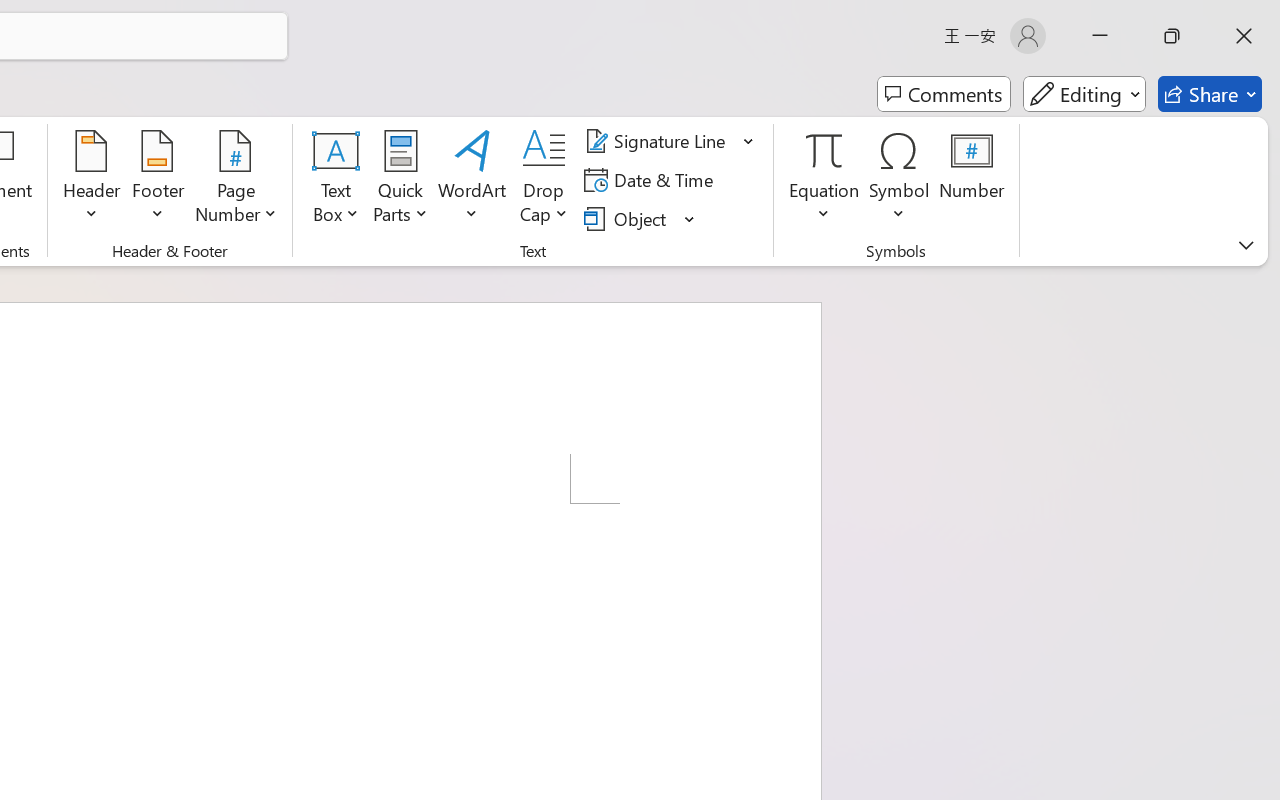  Describe the element at coordinates (157, 179) in the screenshot. I see `'Footer'` at that location.